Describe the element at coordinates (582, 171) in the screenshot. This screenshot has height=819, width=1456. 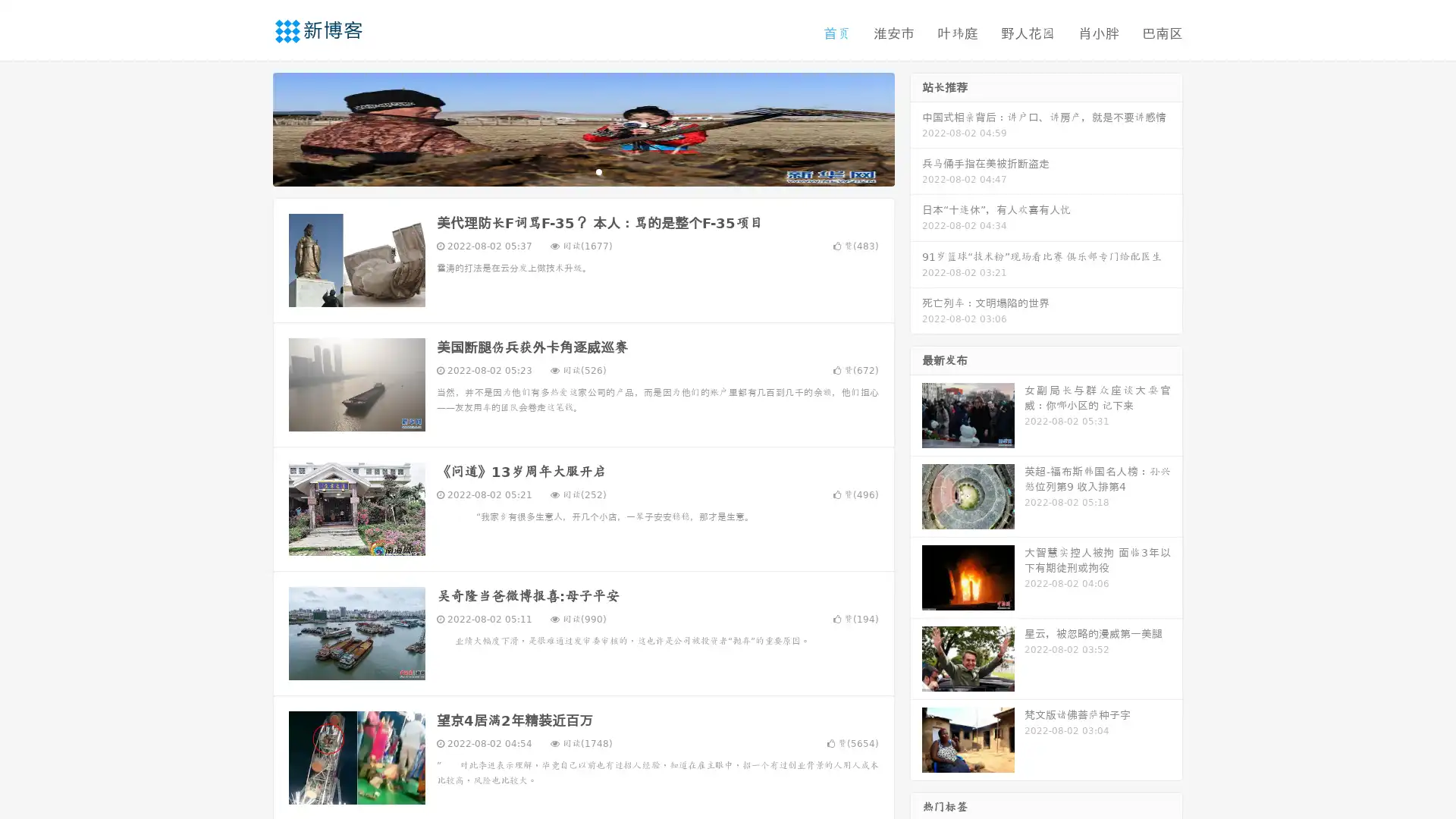
I see `Go to slide 2` at that location.